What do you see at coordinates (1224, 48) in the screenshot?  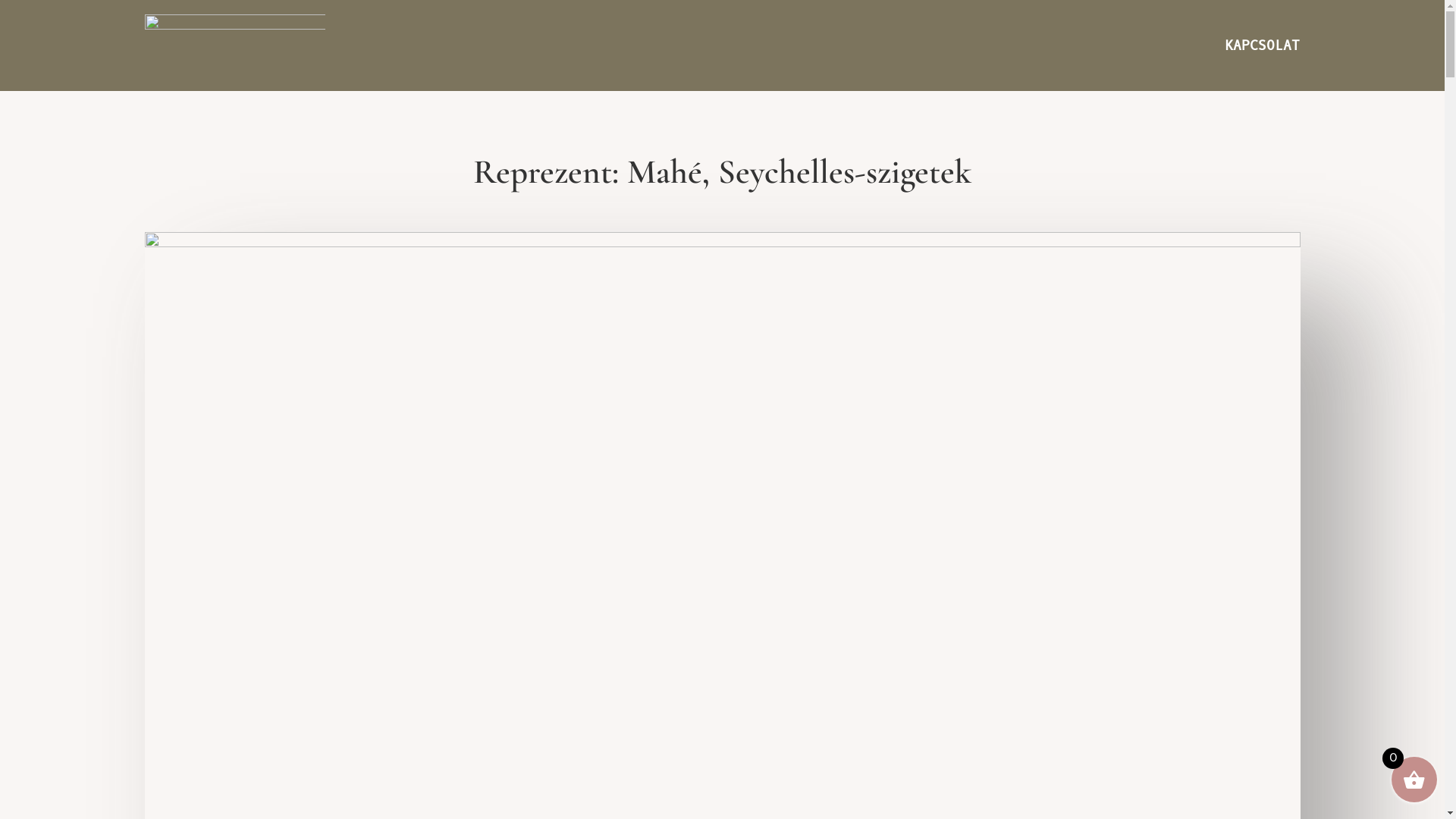 I see `'KAPCSOLAT'` at bounding box center [1224, 48].